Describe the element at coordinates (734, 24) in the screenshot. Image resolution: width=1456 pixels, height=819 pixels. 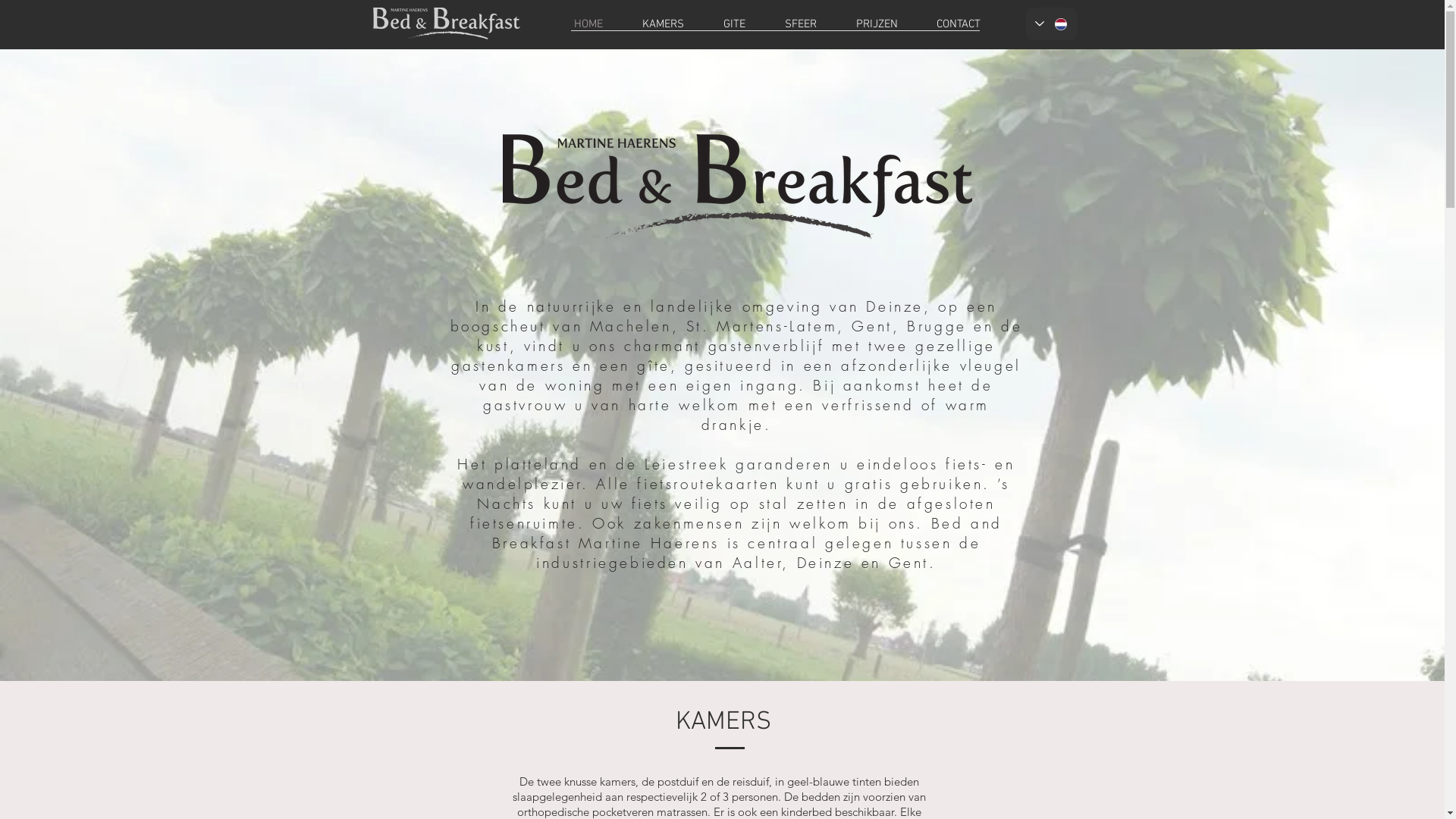
I see `'GITE'` at that location.